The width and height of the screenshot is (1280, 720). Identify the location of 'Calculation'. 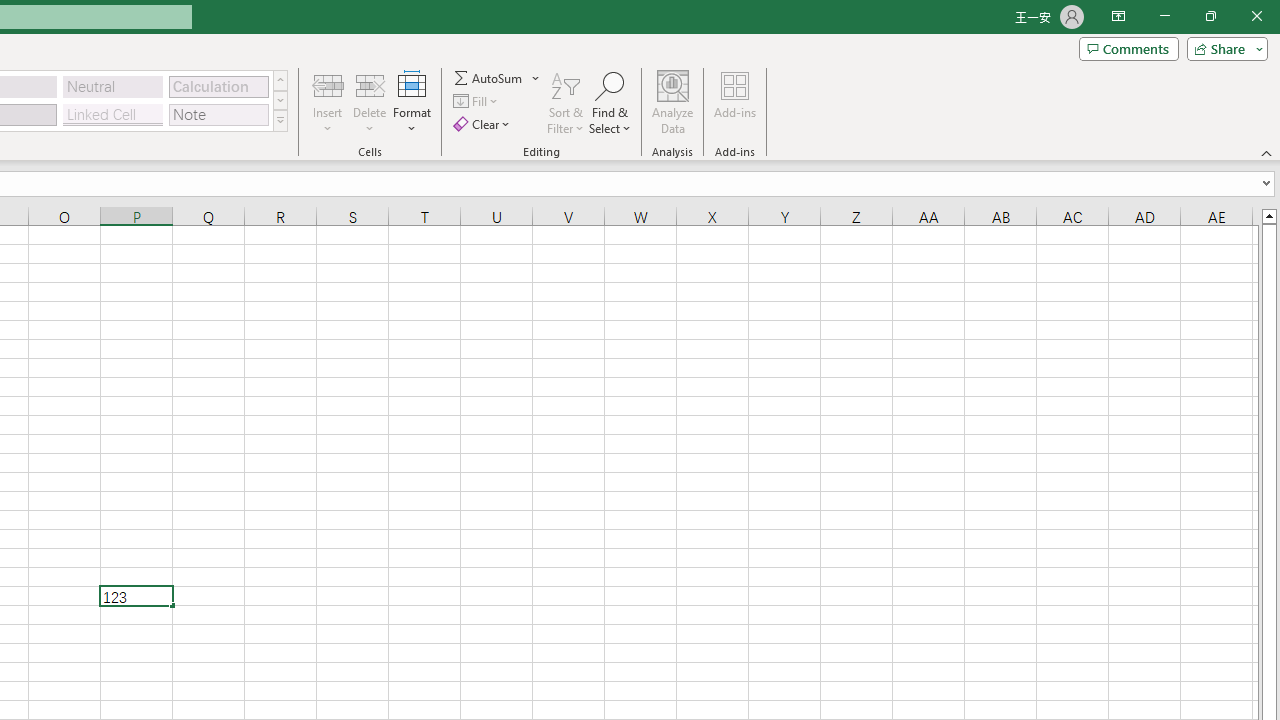
(218, 85).